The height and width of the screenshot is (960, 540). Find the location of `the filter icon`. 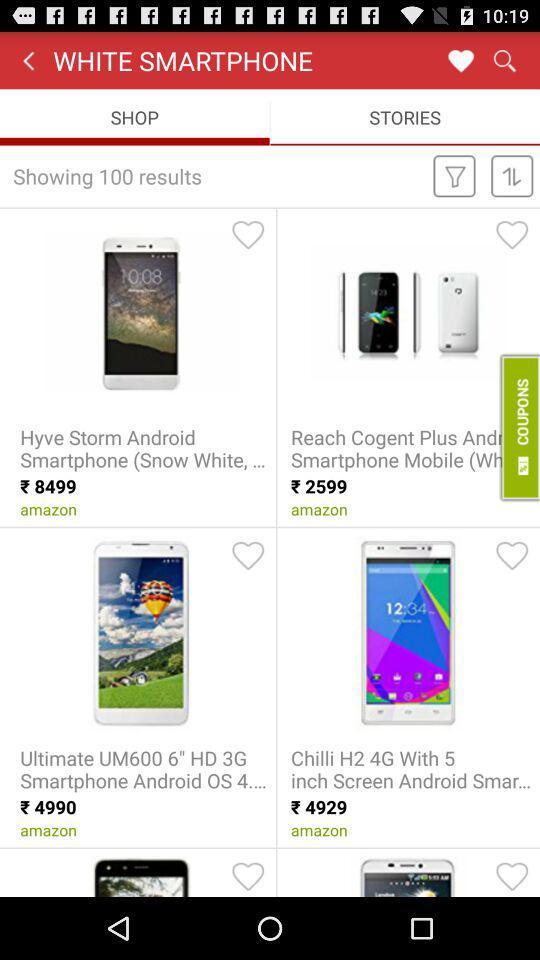

the filter icon is located at coordinates (454, 188).